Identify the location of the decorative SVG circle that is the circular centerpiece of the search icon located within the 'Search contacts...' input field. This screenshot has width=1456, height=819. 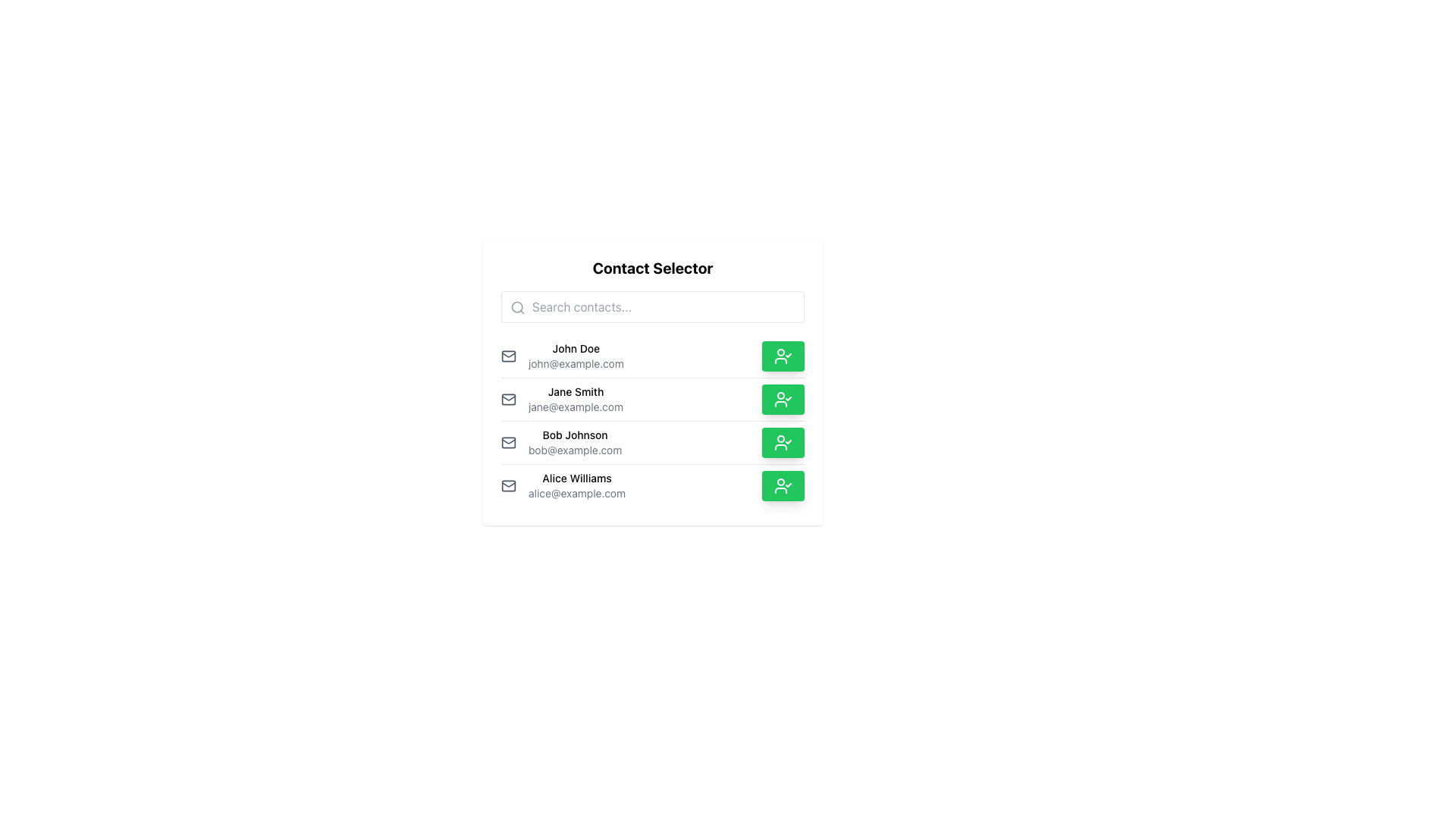
(517, 307).